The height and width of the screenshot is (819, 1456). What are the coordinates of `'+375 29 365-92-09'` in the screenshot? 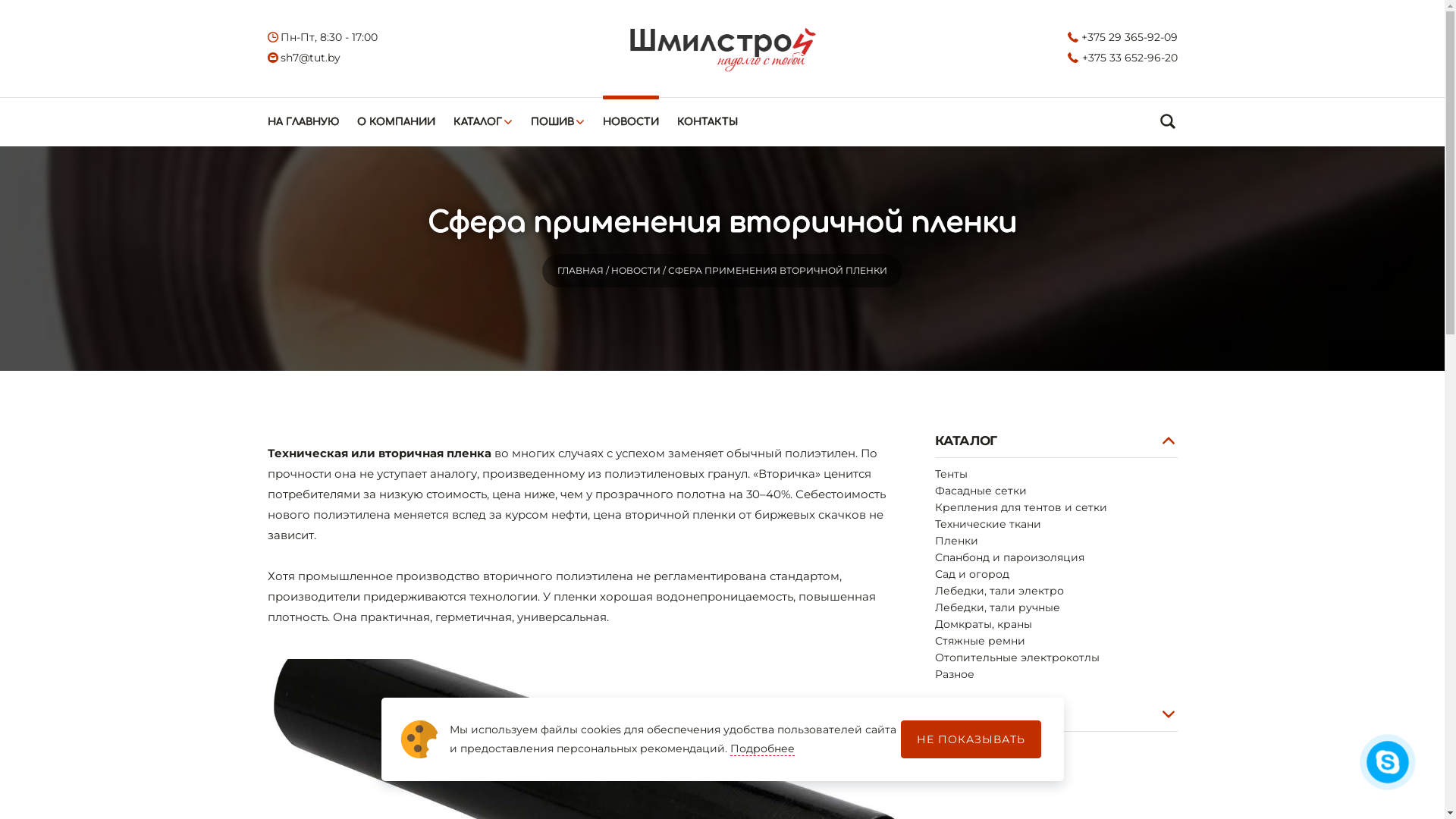 It's located at (1122, 36).